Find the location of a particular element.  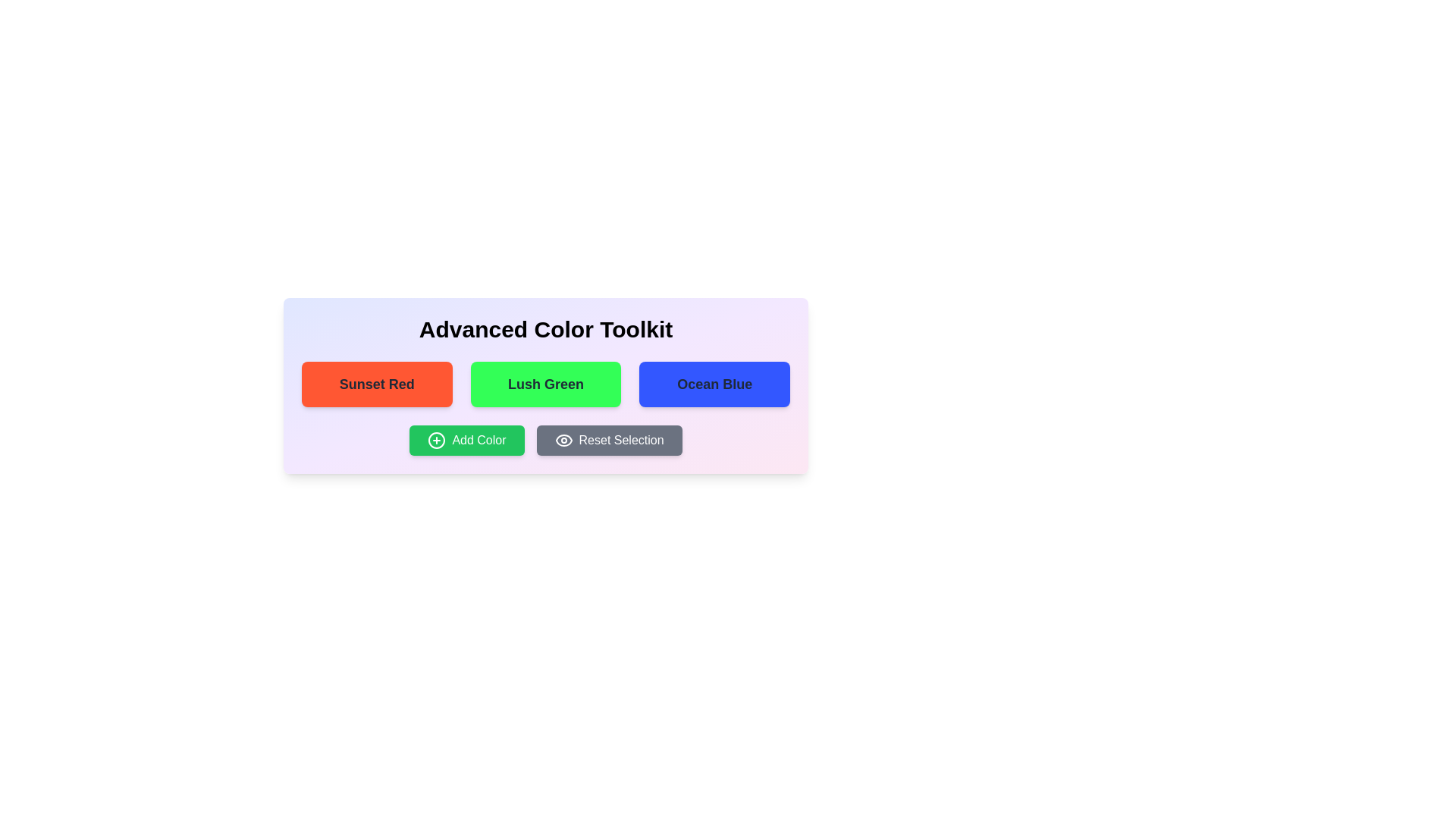

the reset button located in the horizontal group of buttons at the bottom of the interface, which is the second button from the left, to reset the current selection is located at coordinates (609, 441).